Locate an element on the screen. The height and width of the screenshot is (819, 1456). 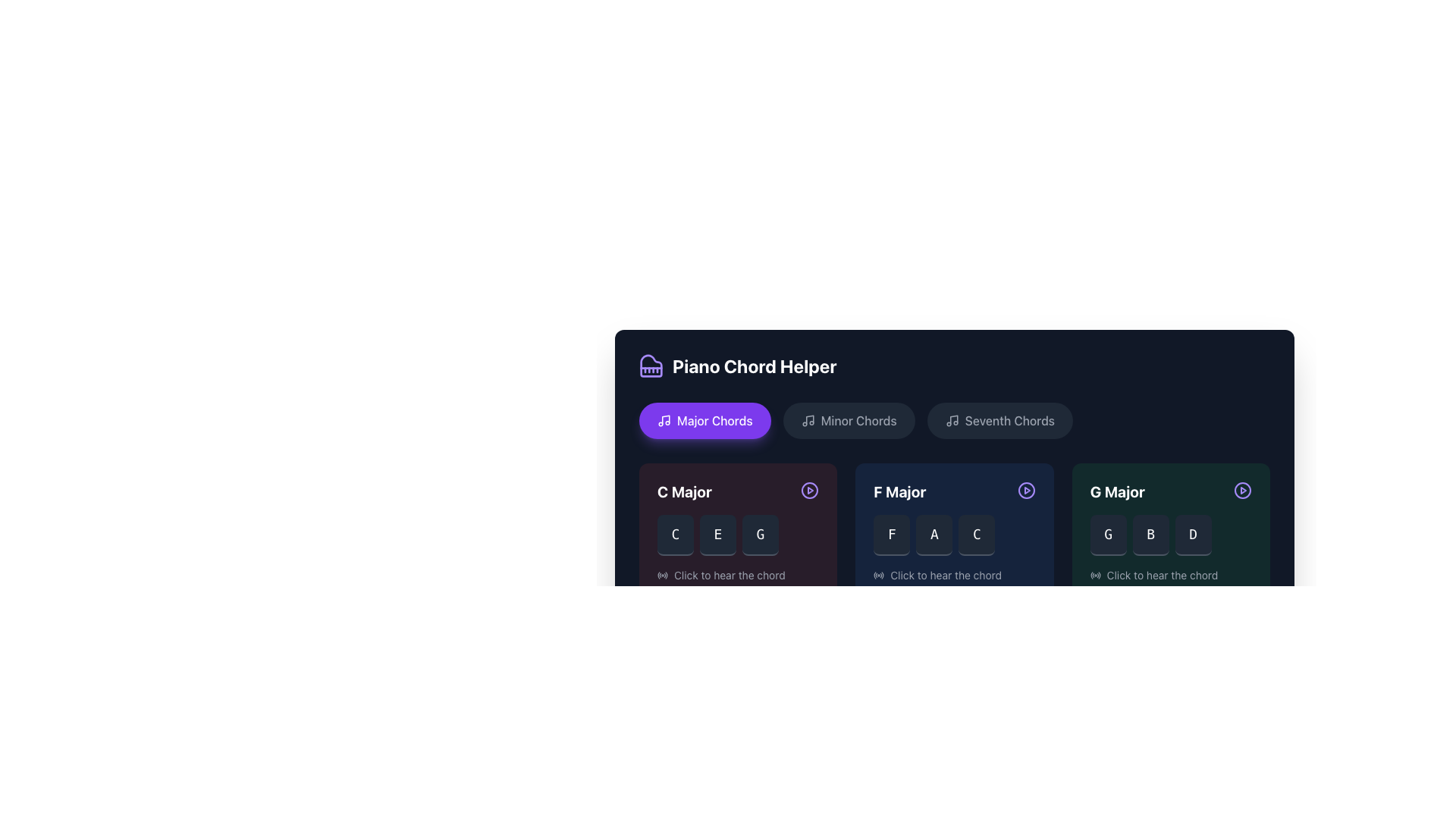
the interactive card element in the grid layout displaying musical chords is located at coordinates (953, 532).